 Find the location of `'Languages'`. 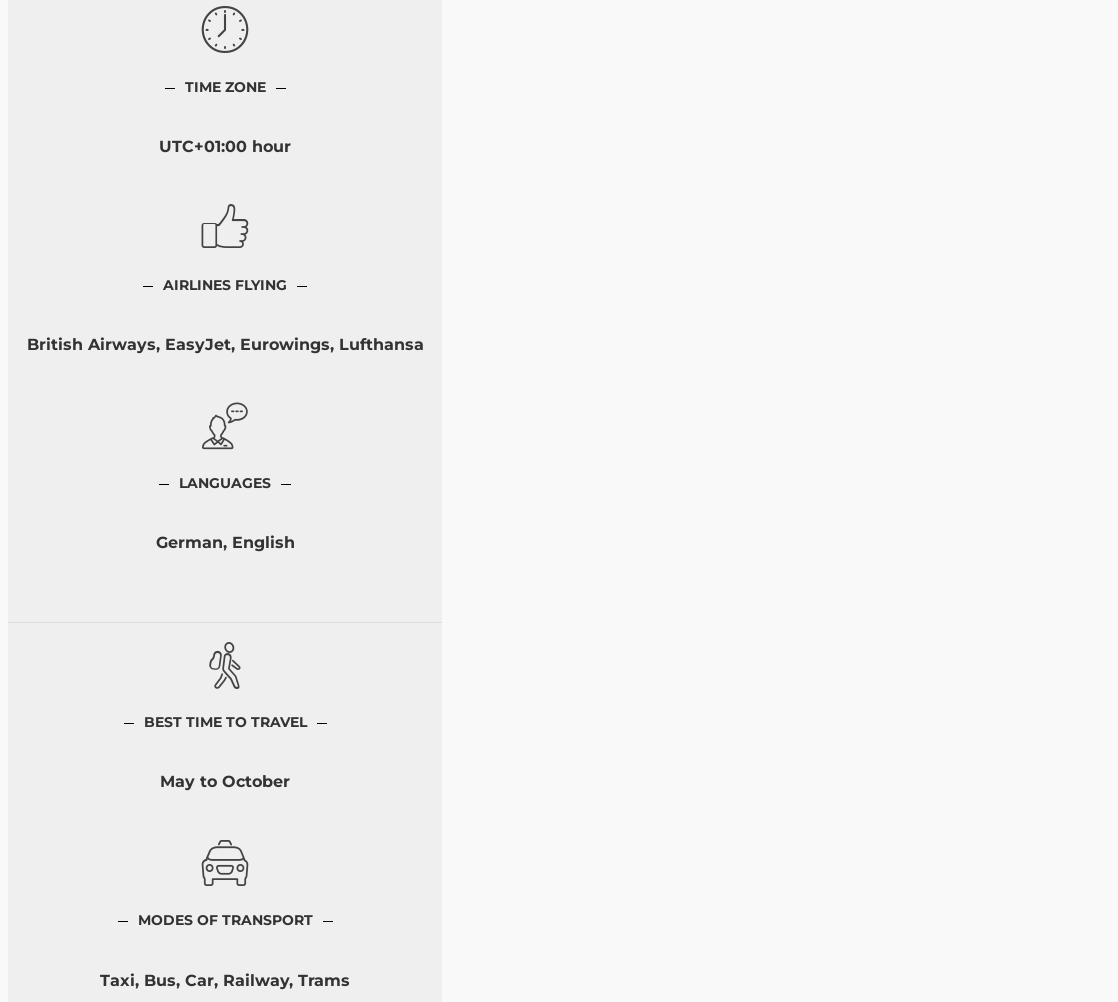

'Languages' is located at coordinates (225, 481).